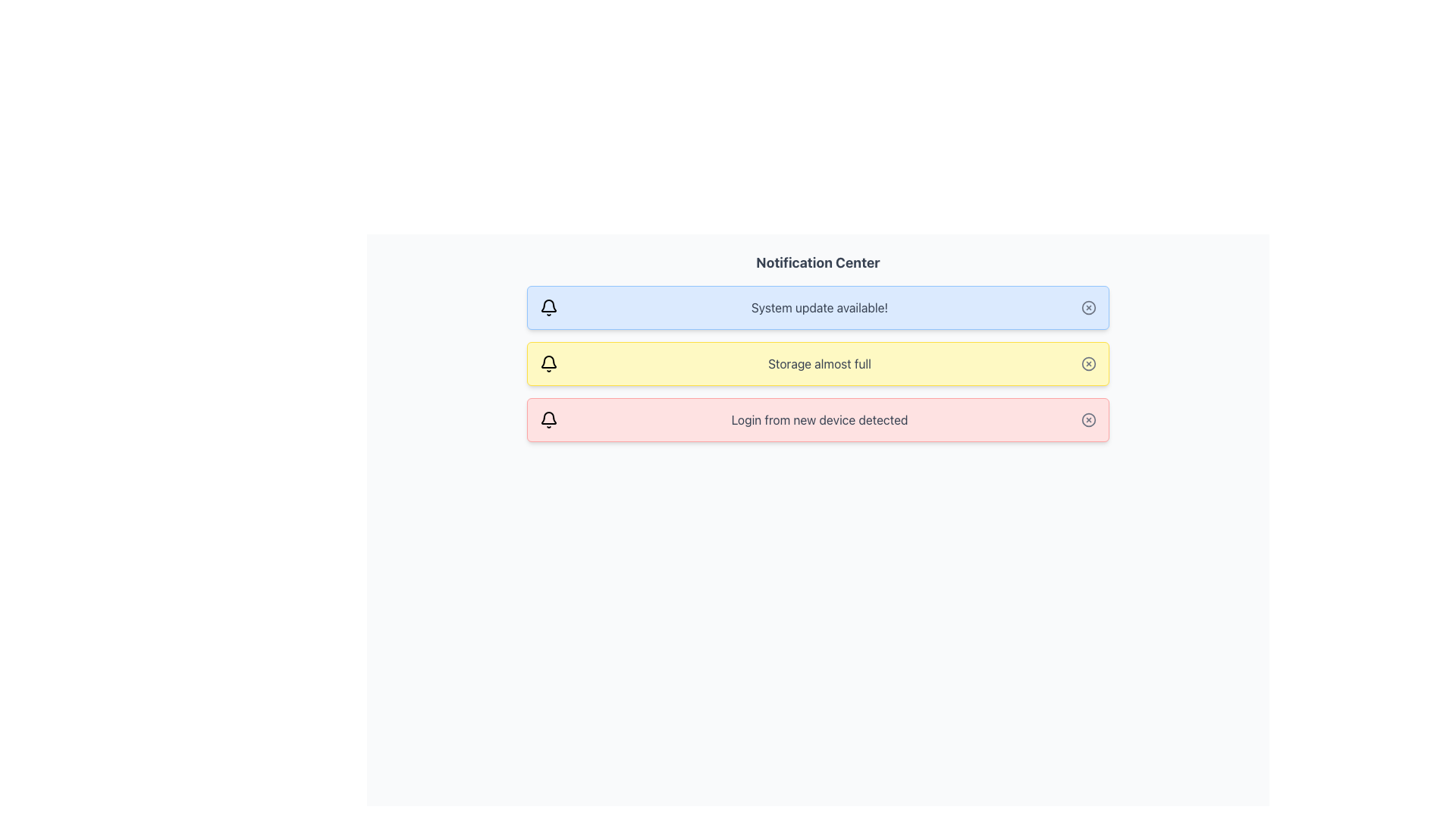 Image resolution: width=1456 pixels, height=819 pixels. What do you see at coordinates (818, 363) in the screenshot?
I see `the text label which displays the notification message 'Storage almost full' located in the middle notification box` at bounding box center [818, 363].